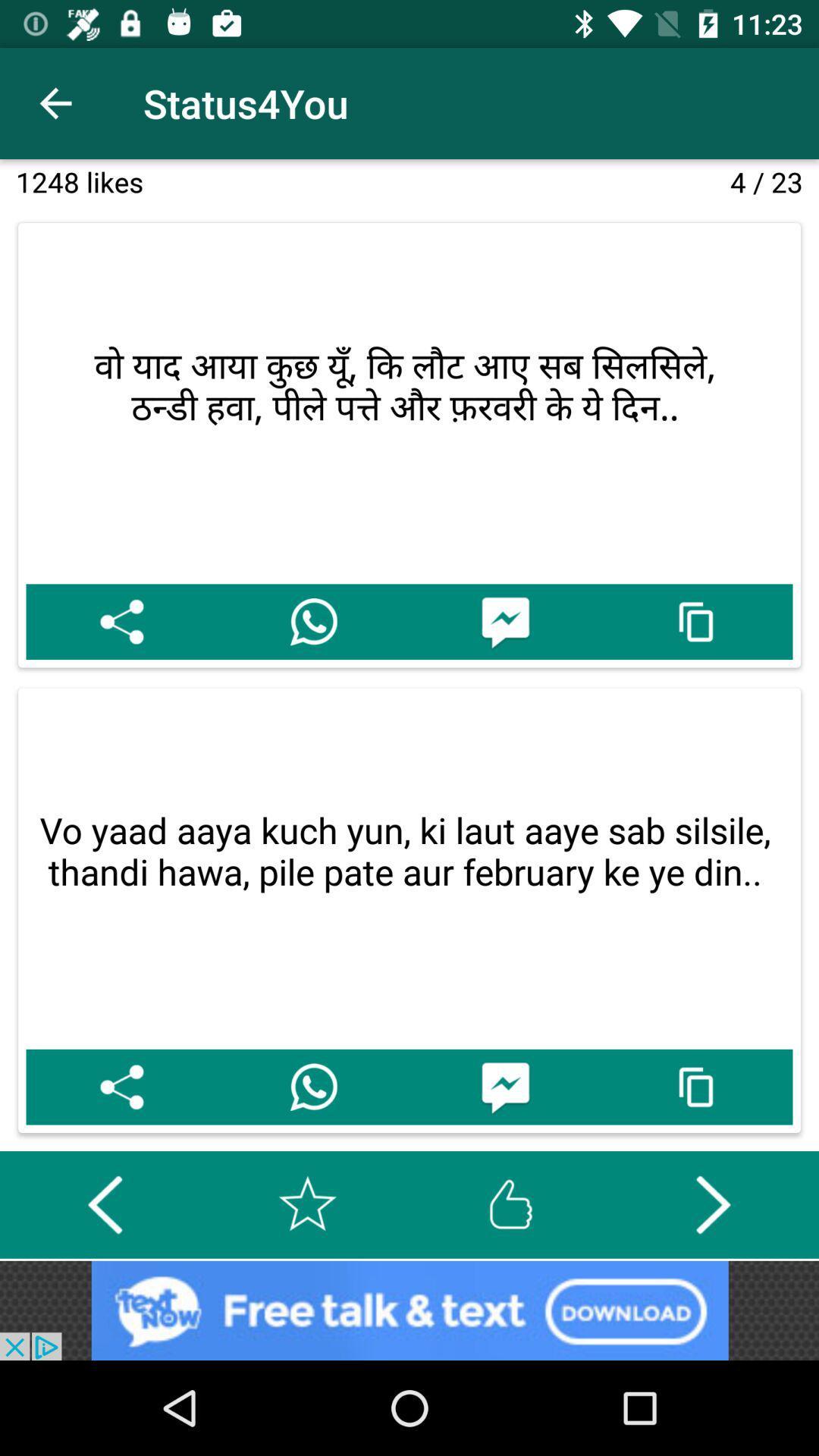 This screenshot has width=819, height=1456. I want to click on send as a text message, so click(505, 1086).